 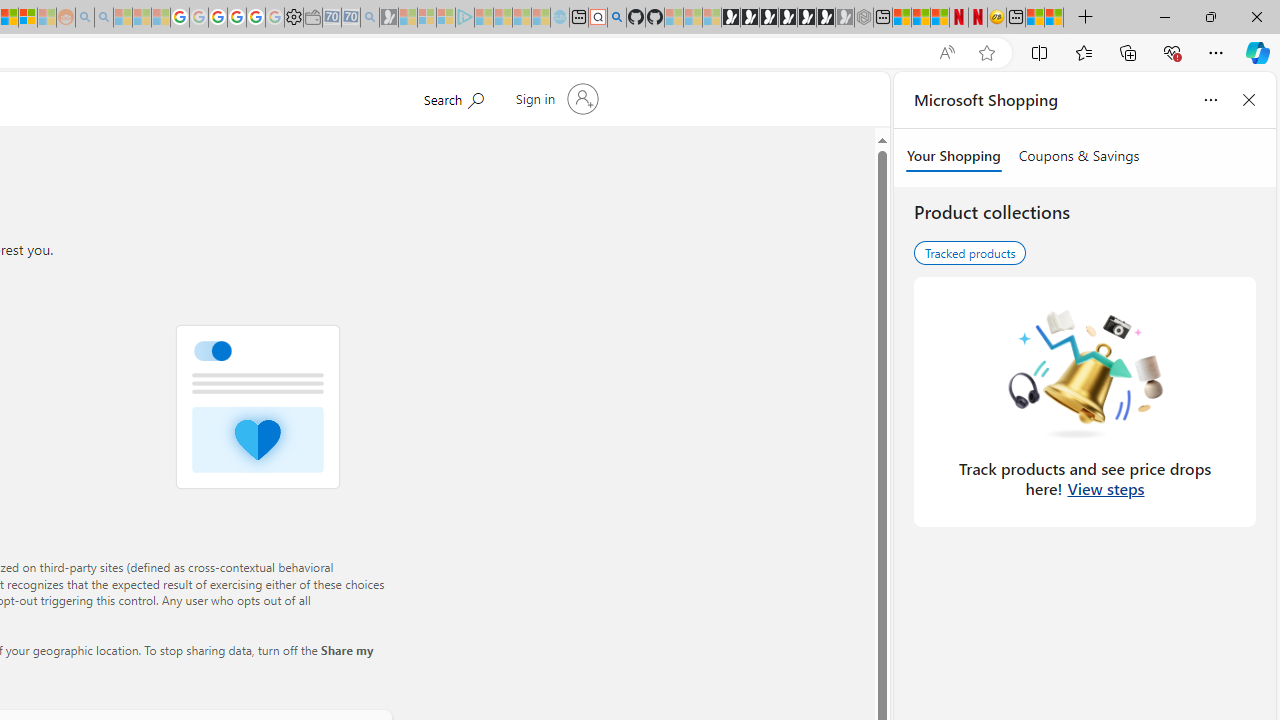 What do you see at coordinates (389, 17) in the screenshot?
I see `'Microsoft Start Gaming - Sleeping'` at bounding box center [389, 17].